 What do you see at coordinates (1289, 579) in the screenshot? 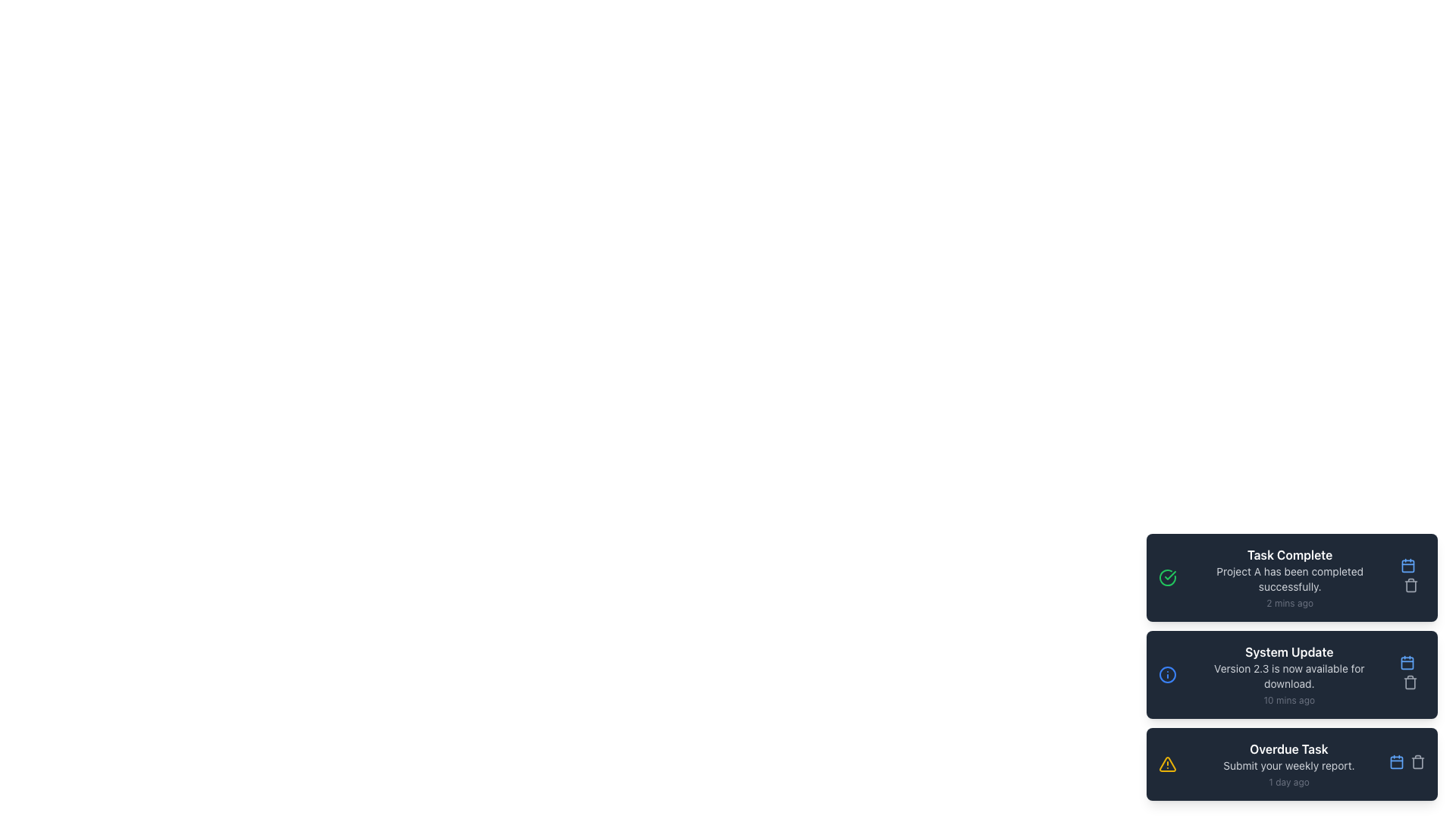
I see `secondary descriptive text located within the notification component, which is positioned below the main title 'Task Complete' and above the timestamp '2 mins ago'` at bounding box center [1289, 579].